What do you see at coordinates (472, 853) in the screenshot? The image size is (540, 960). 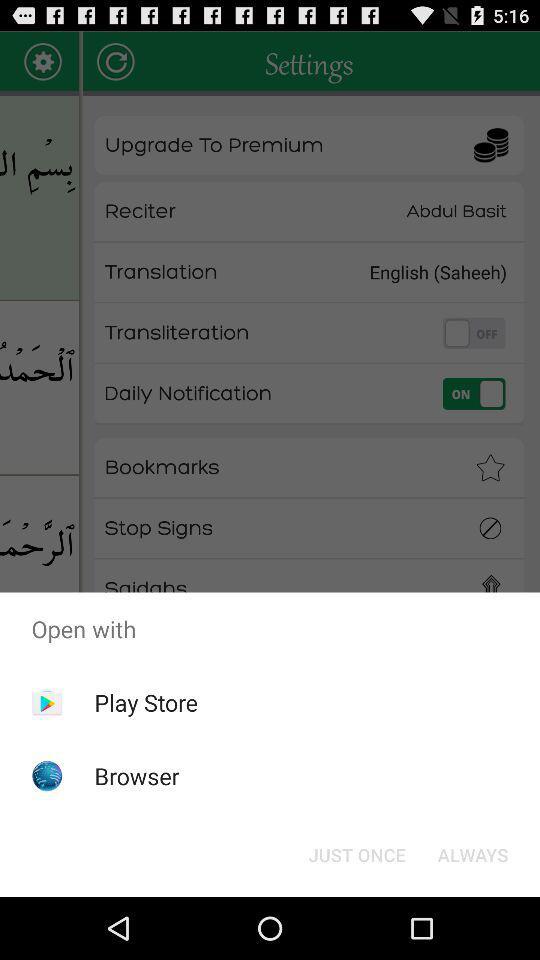 I see `always icon` at bounding box center [472, 853].